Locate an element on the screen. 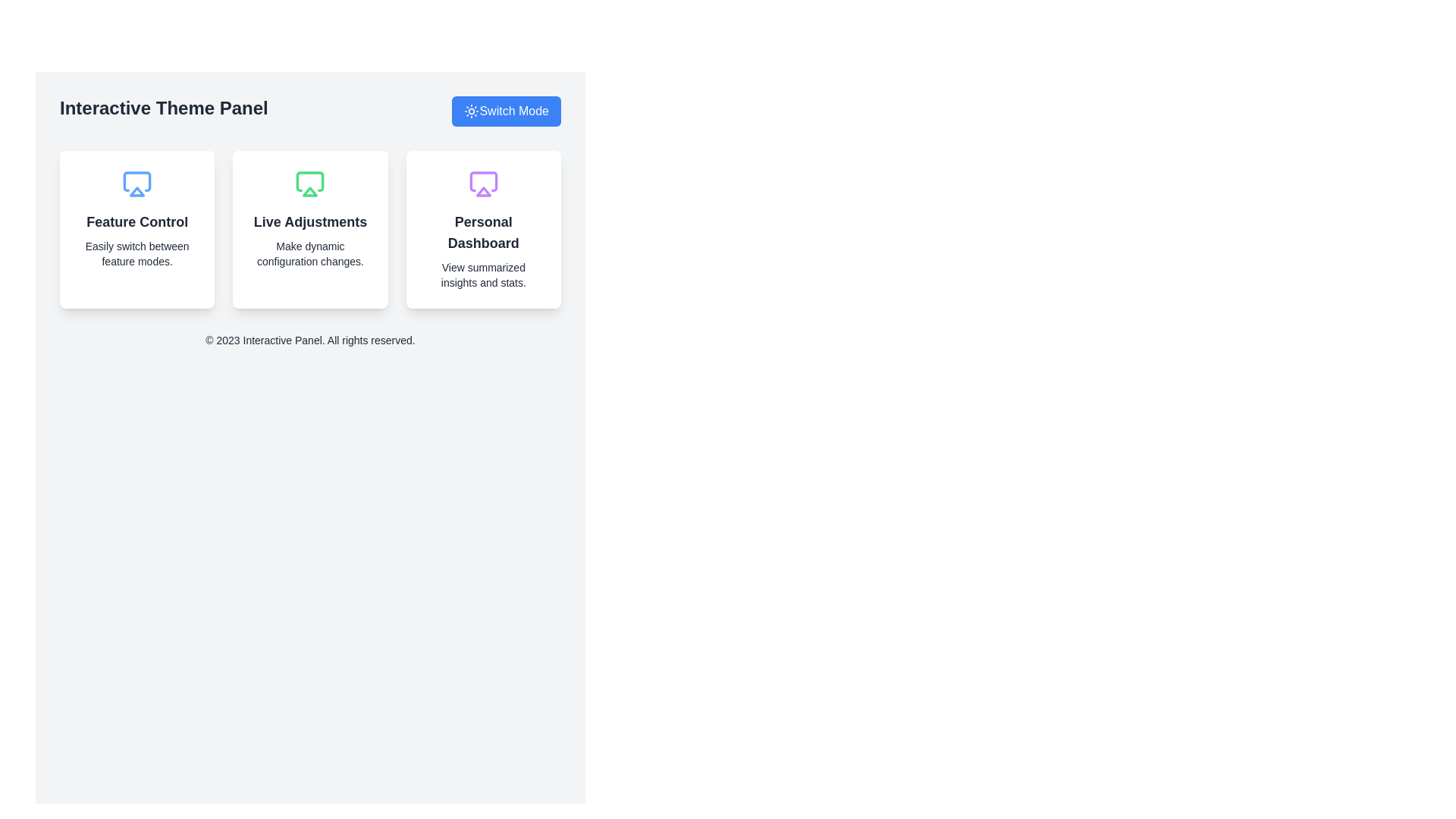 Image resolution: width=1456 pixels, height=819 pixels. the informational text that provides additional descriptive information about the 'Feature Control' feature, located beneath the 'Feature Control' title and icon in the leftmost card is located at coordinates (137, 253).